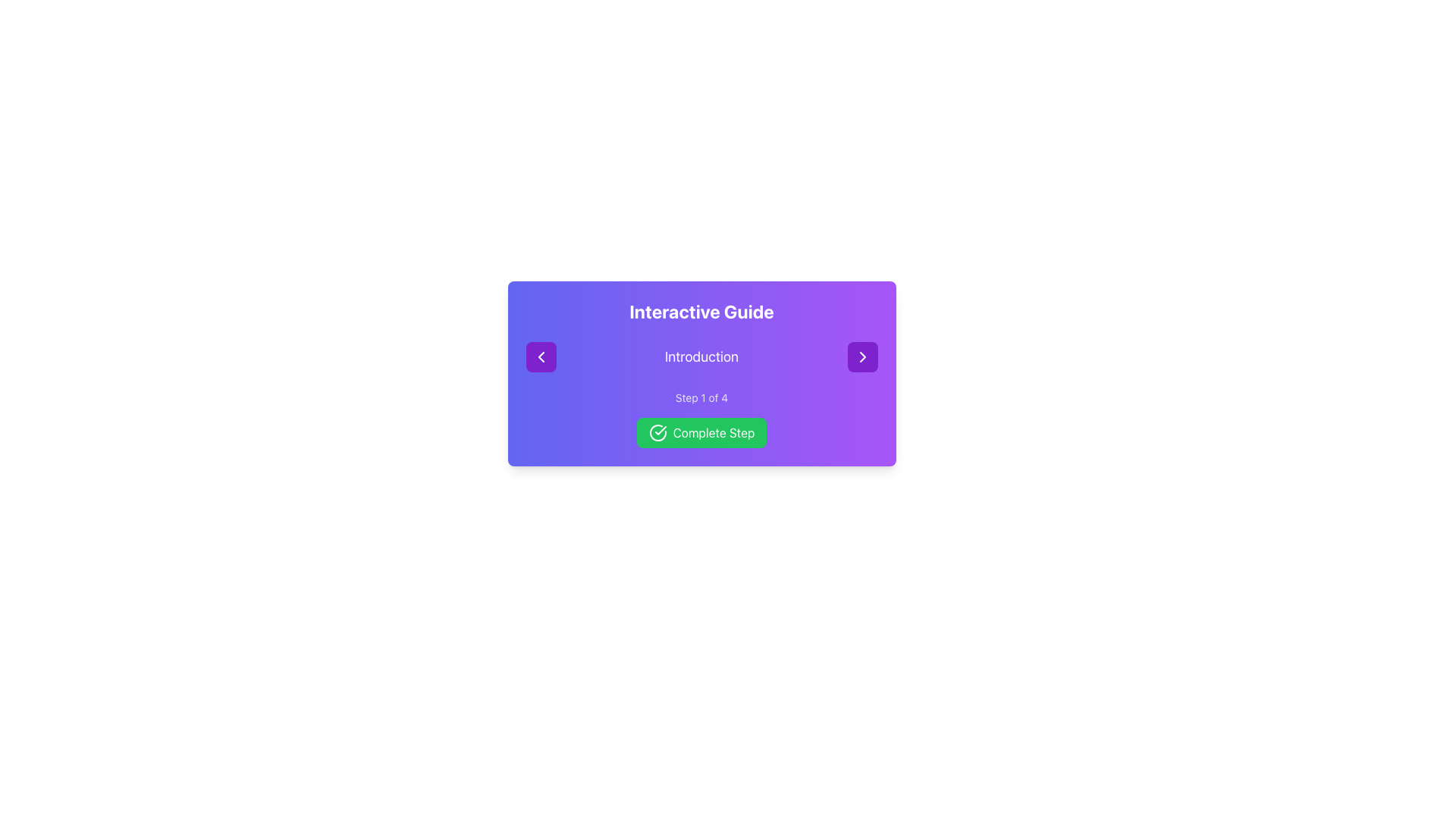 The height and width of the screenshot is (819, 1456). What do you see at coordinates (701, 356) in the screenshot?
I see `the Text label indicating the current step in the tutorial, which is centrally positioned above the smaller label 'Step 1 of 4'` at bounding box center [701, 356].